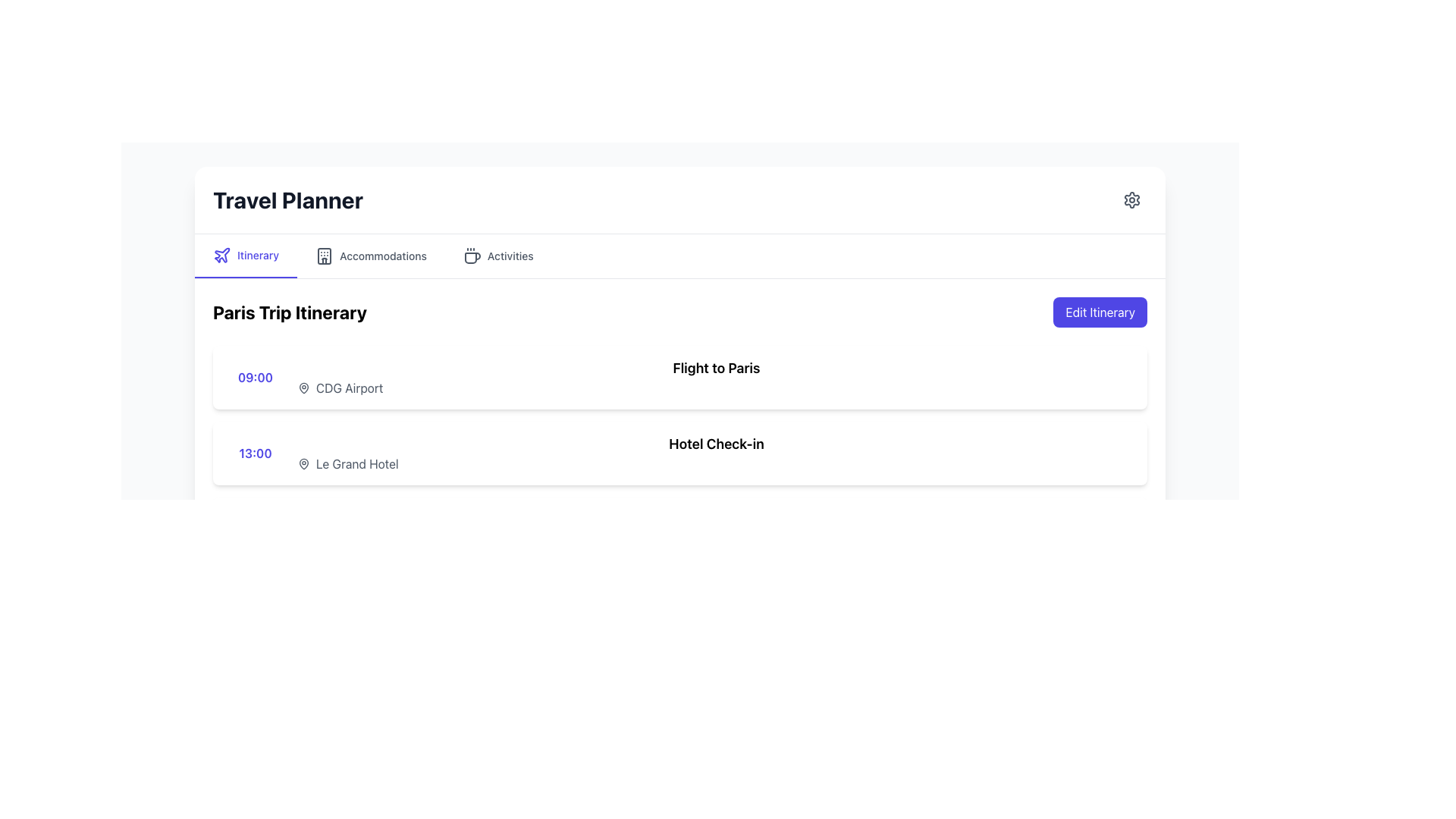 This screenshot has height=819, width=1456. Describe the element at coordinates (324, 256) in the screenshot. I see `the 'Accommodations' icon located in the top navigation bar, which is the second menu option` at that location.